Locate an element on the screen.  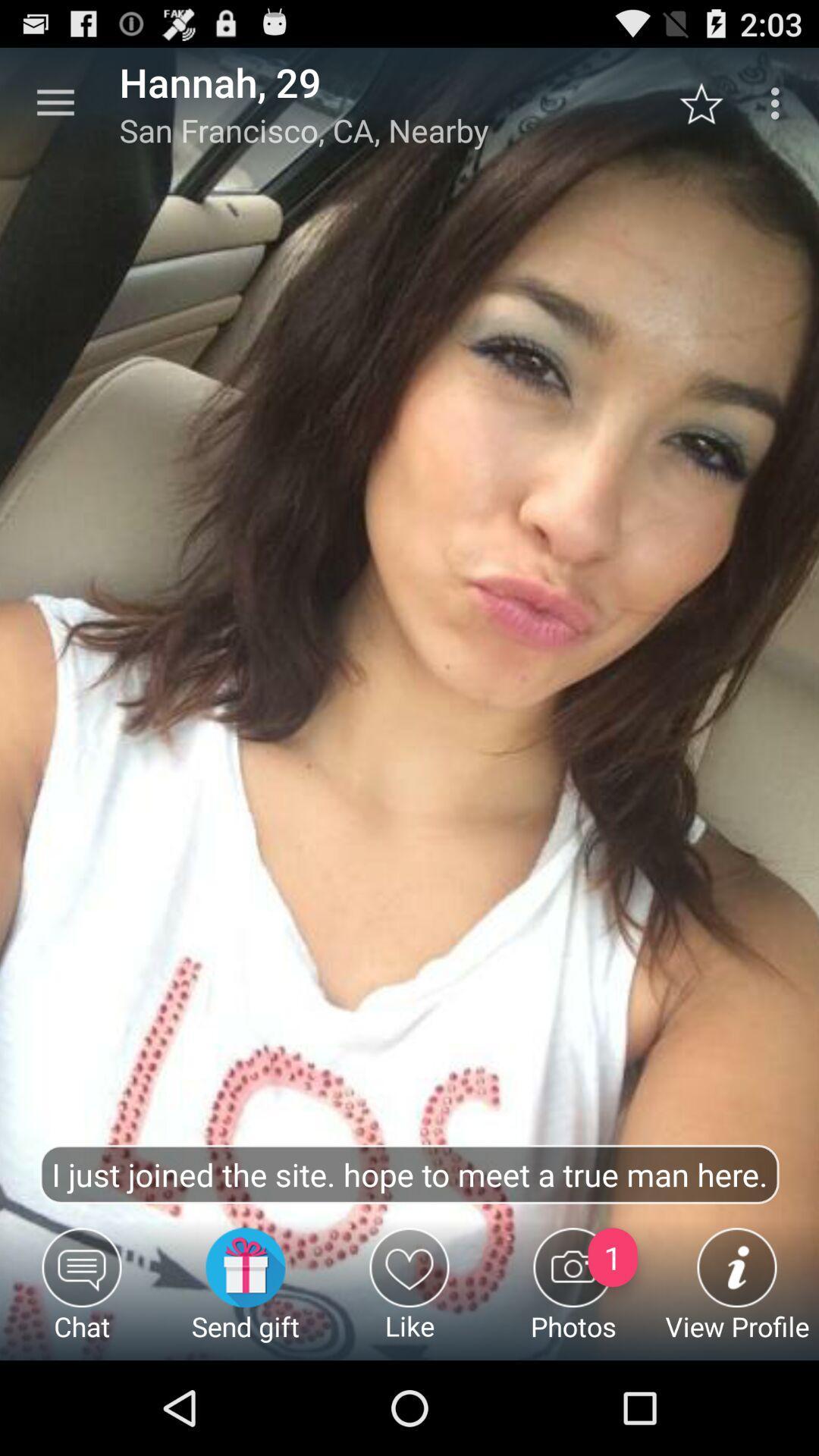
the item next to like is located at coordinates (245, 1293).